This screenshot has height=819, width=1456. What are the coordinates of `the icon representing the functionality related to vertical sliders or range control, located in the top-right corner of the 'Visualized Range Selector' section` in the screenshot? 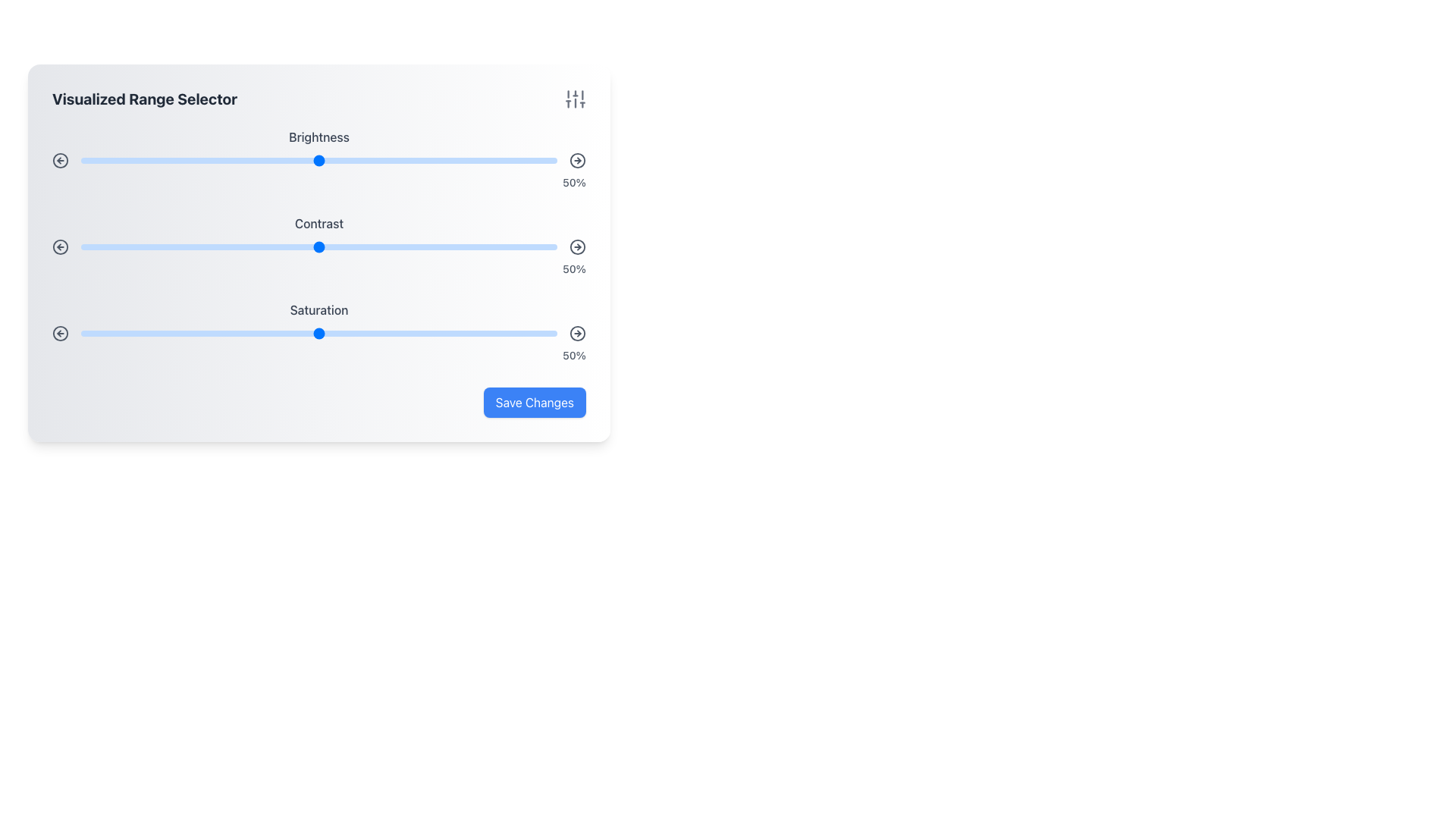 It's located at (574, 99).